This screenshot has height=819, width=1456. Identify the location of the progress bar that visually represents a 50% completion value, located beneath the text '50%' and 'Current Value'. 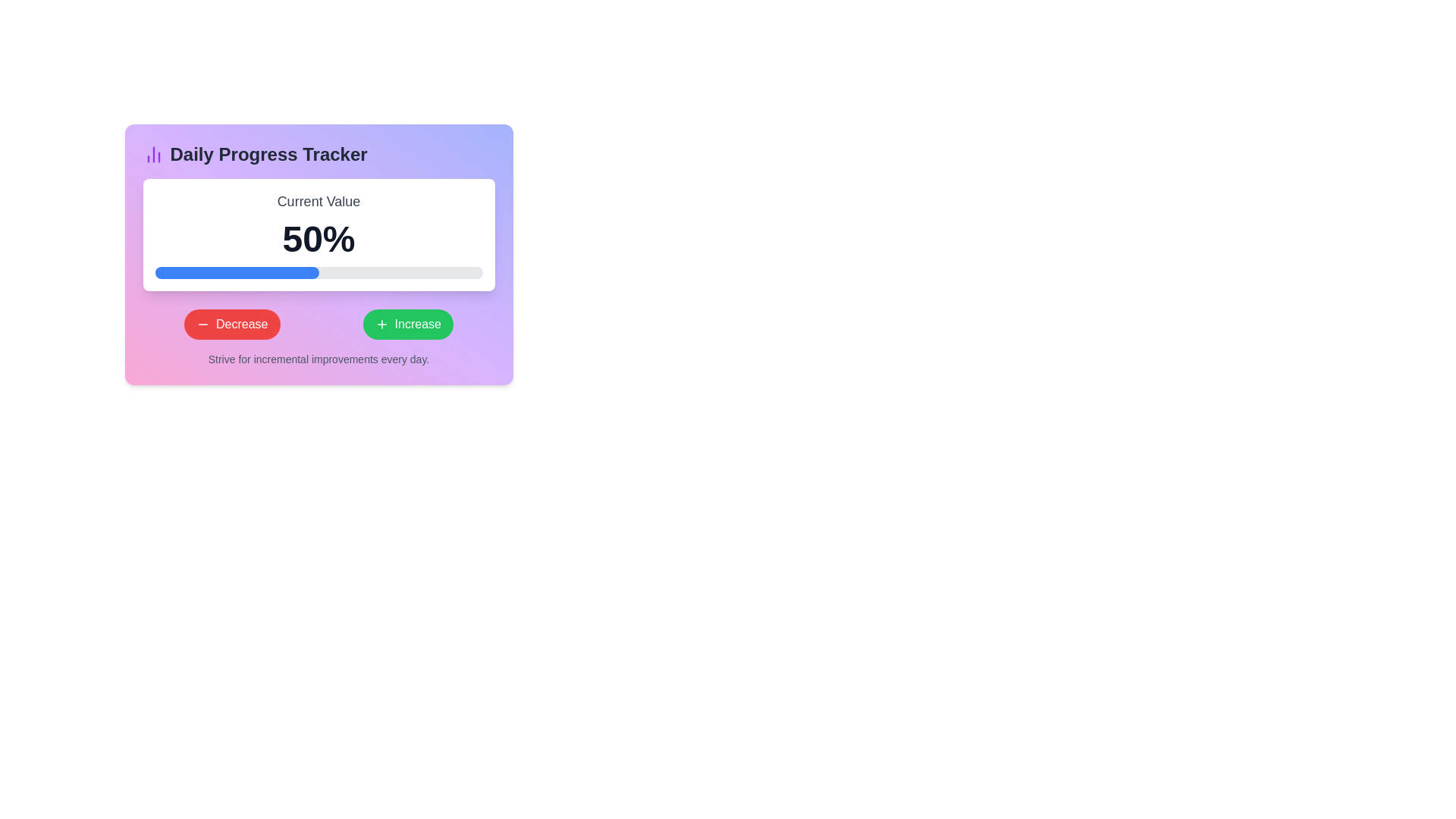
(318, 271).